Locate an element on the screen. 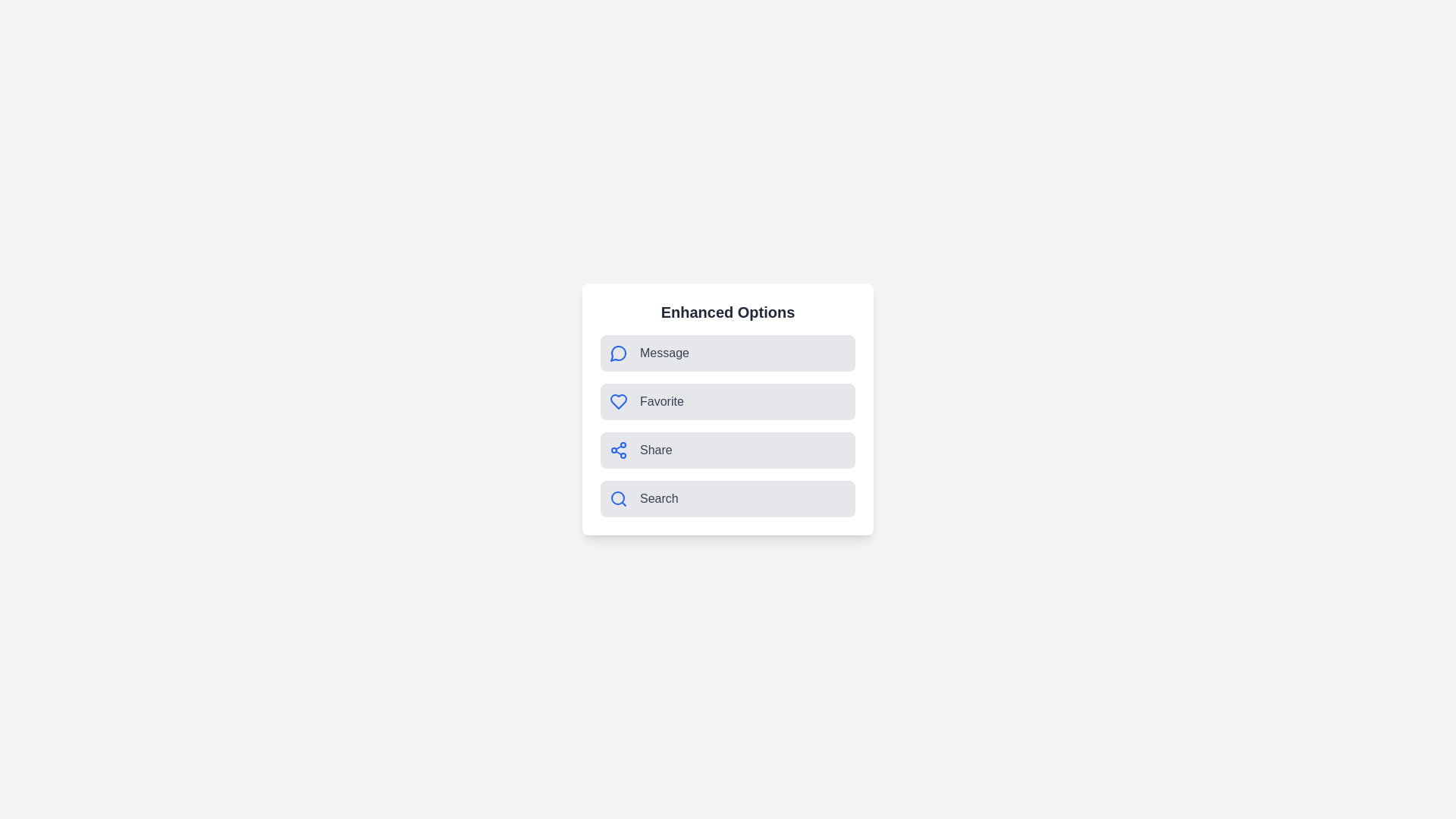 The height and width of the screenshot is (819, 1456). the Share option to observe visual feedback is located at coordinates (728, 450).